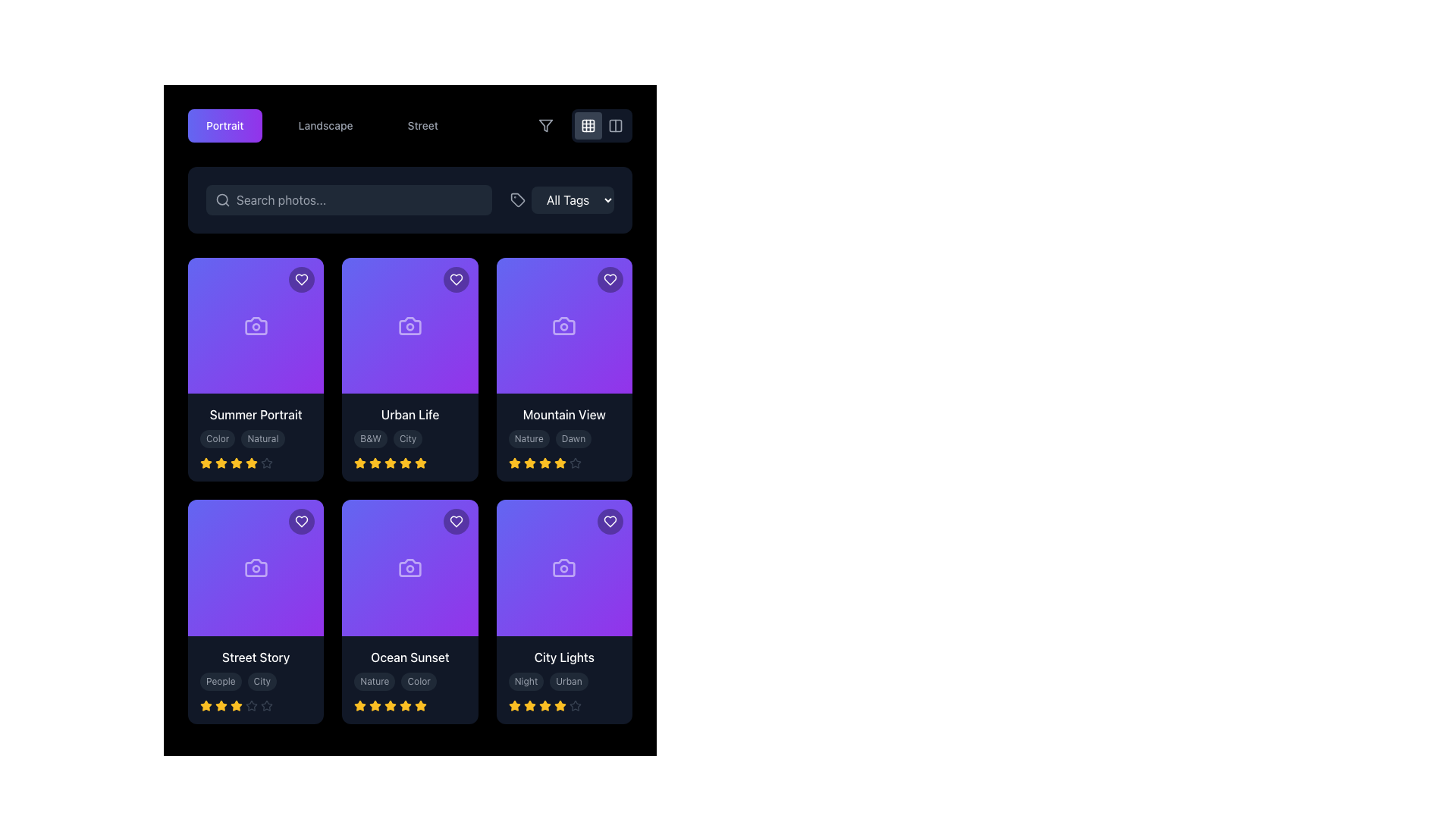 Image resolution: width=1456 pixels, height=819 pixels. Describe the element at coordinates (610, 521) in the screenshot. I see `the like button in the top-right corner of the 'City Lights' card to change its background color` at that location.